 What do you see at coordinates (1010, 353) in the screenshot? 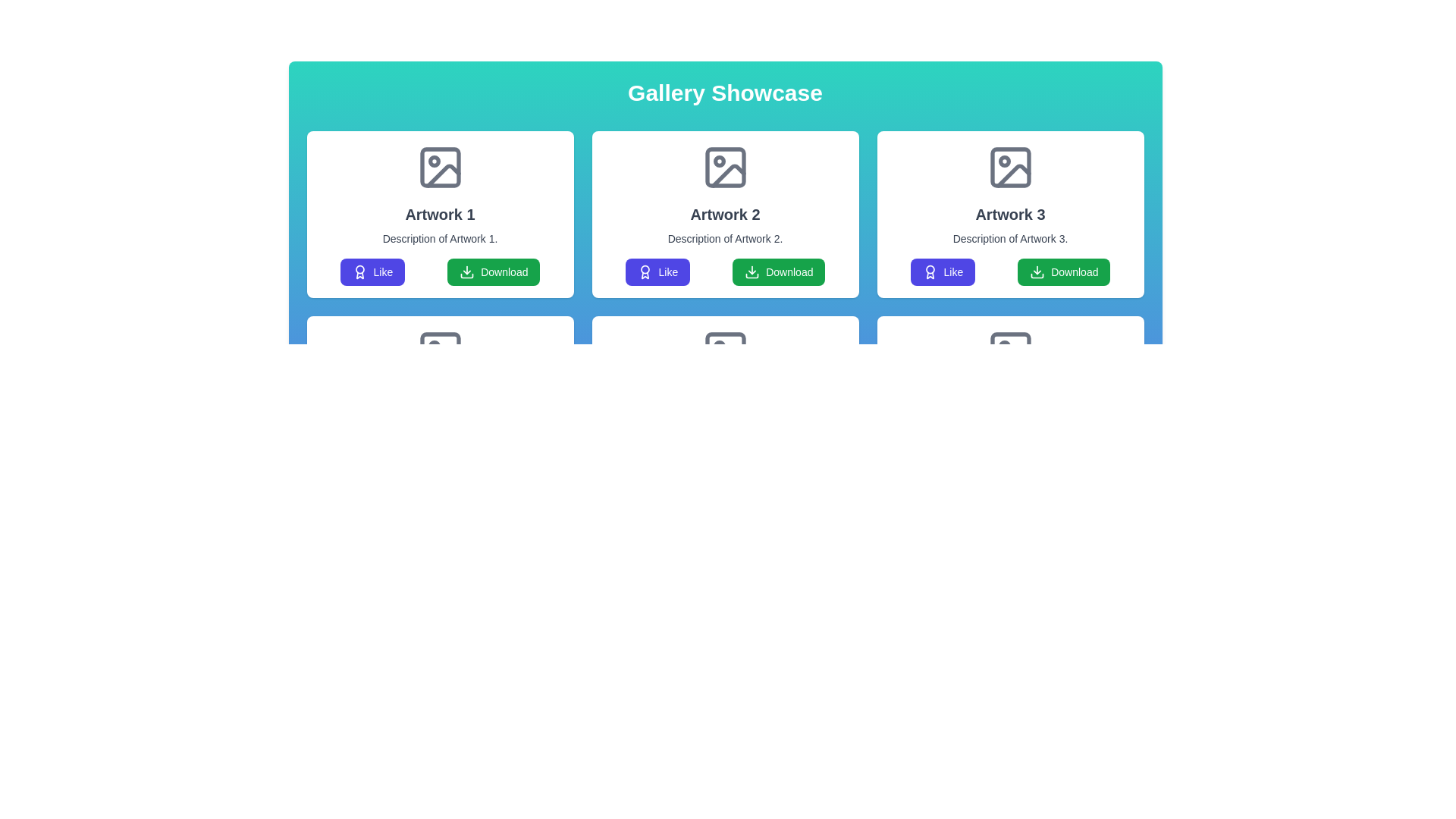
I see `the small rectangular decorative graphic element with a gray outline located within the 'Artwork 3' card, near the top right section of the card` at bounding box center [1010, 353].